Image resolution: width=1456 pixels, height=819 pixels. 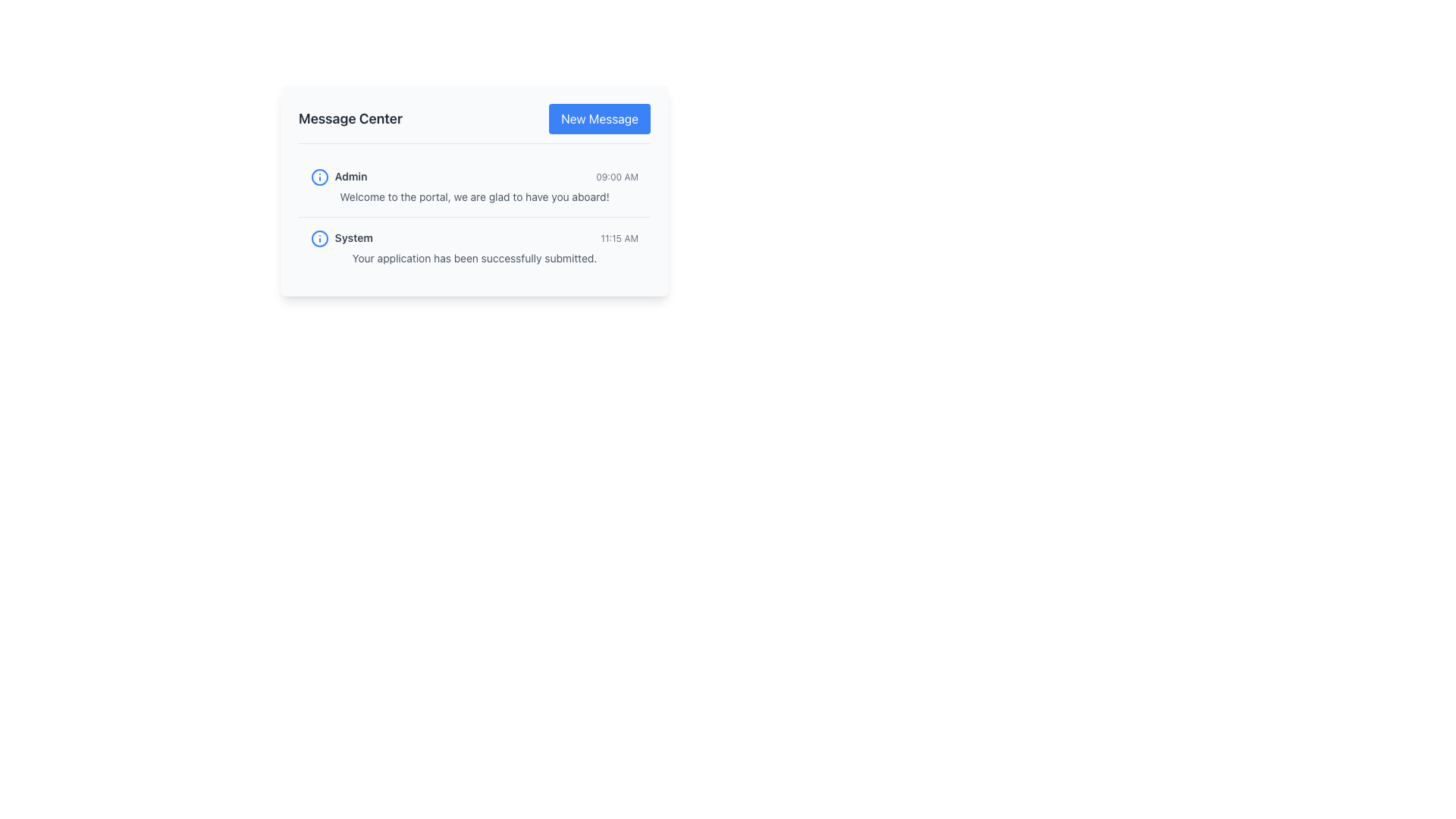 What do you see at coordinates (473, 196) in the screenshot?
I see `message content displayed as 'Welcome to the portal, we are glad to have you aboard!' located below the author and timestamp in a muted gray font` at bounding box center [473, 196].